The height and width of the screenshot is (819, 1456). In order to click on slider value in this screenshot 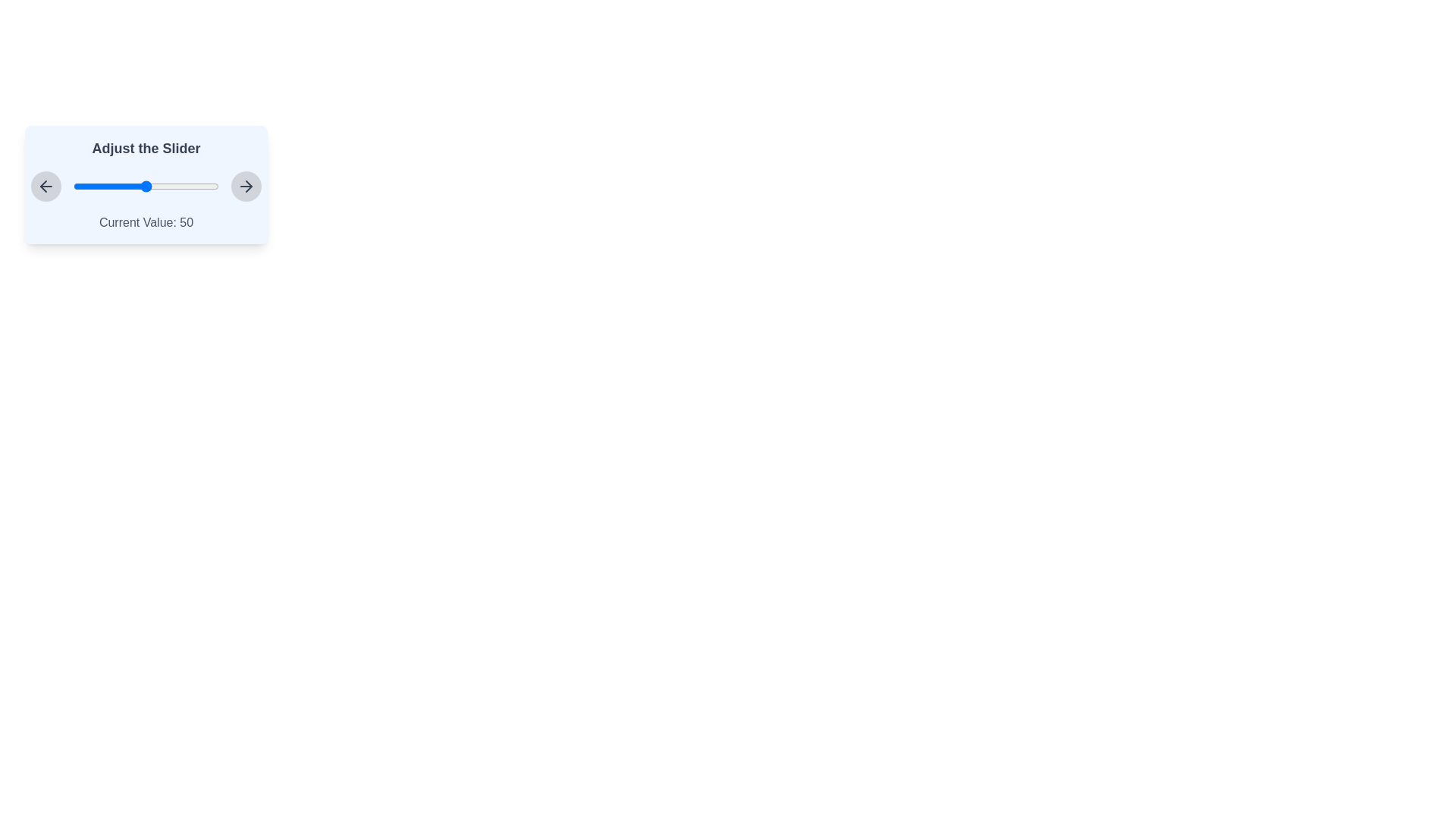, I will do `click(75, 186)`.